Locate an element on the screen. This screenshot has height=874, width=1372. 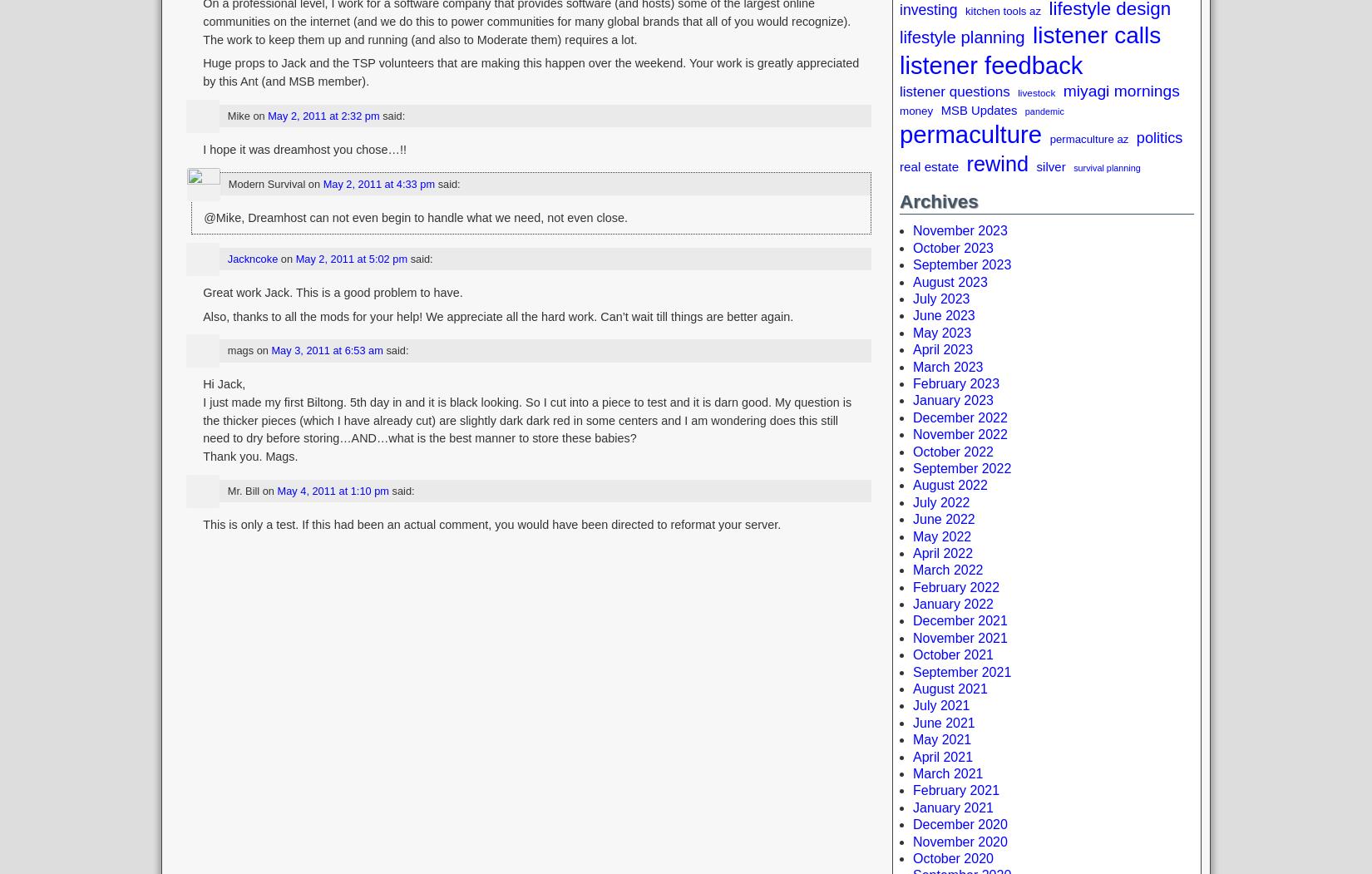
'May 2023' is located at coordinates (942, 331).